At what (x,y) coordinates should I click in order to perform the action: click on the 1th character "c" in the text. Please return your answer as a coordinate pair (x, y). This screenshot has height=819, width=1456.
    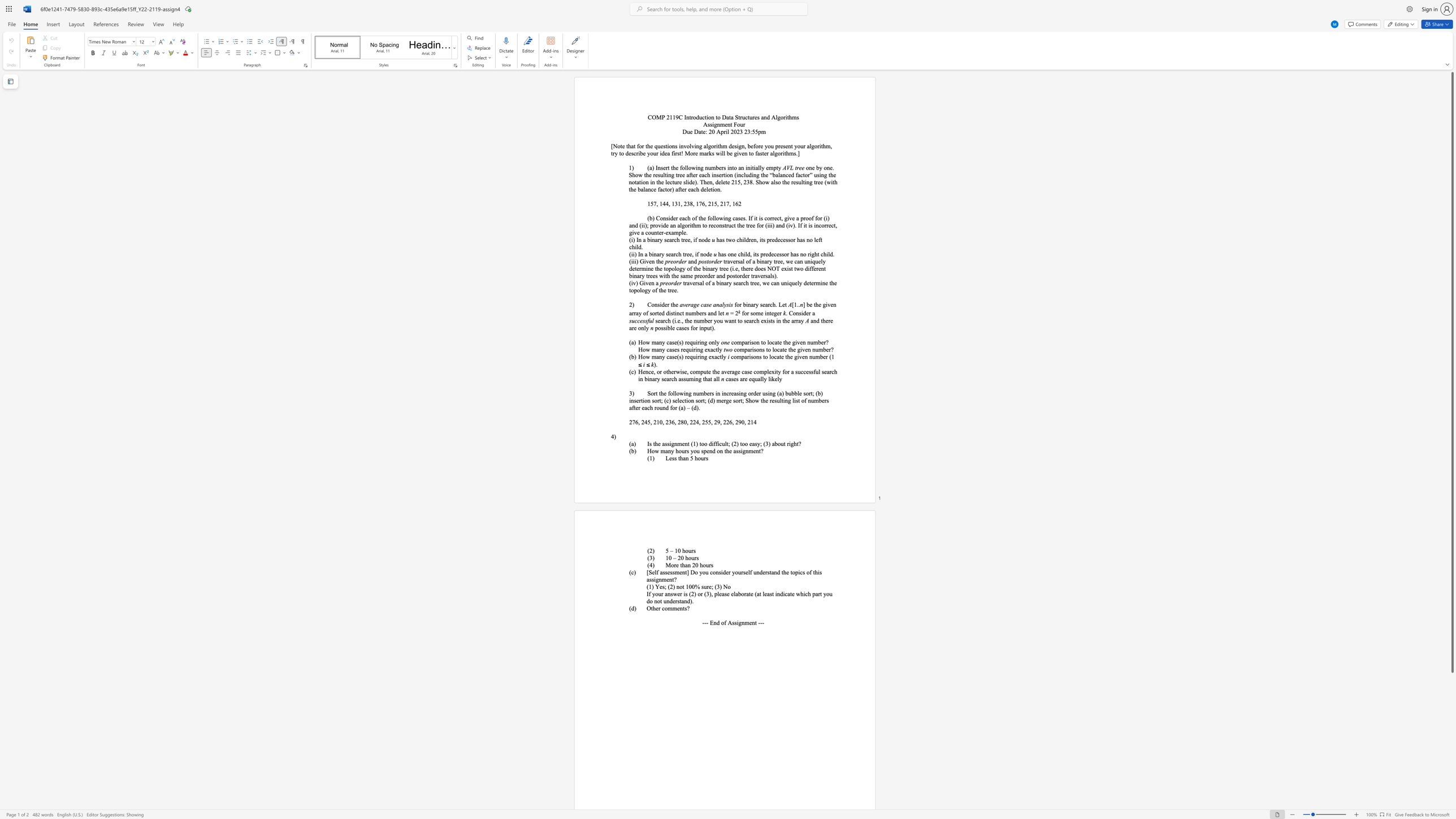
    Looking at the image, I should click on (739, 254).